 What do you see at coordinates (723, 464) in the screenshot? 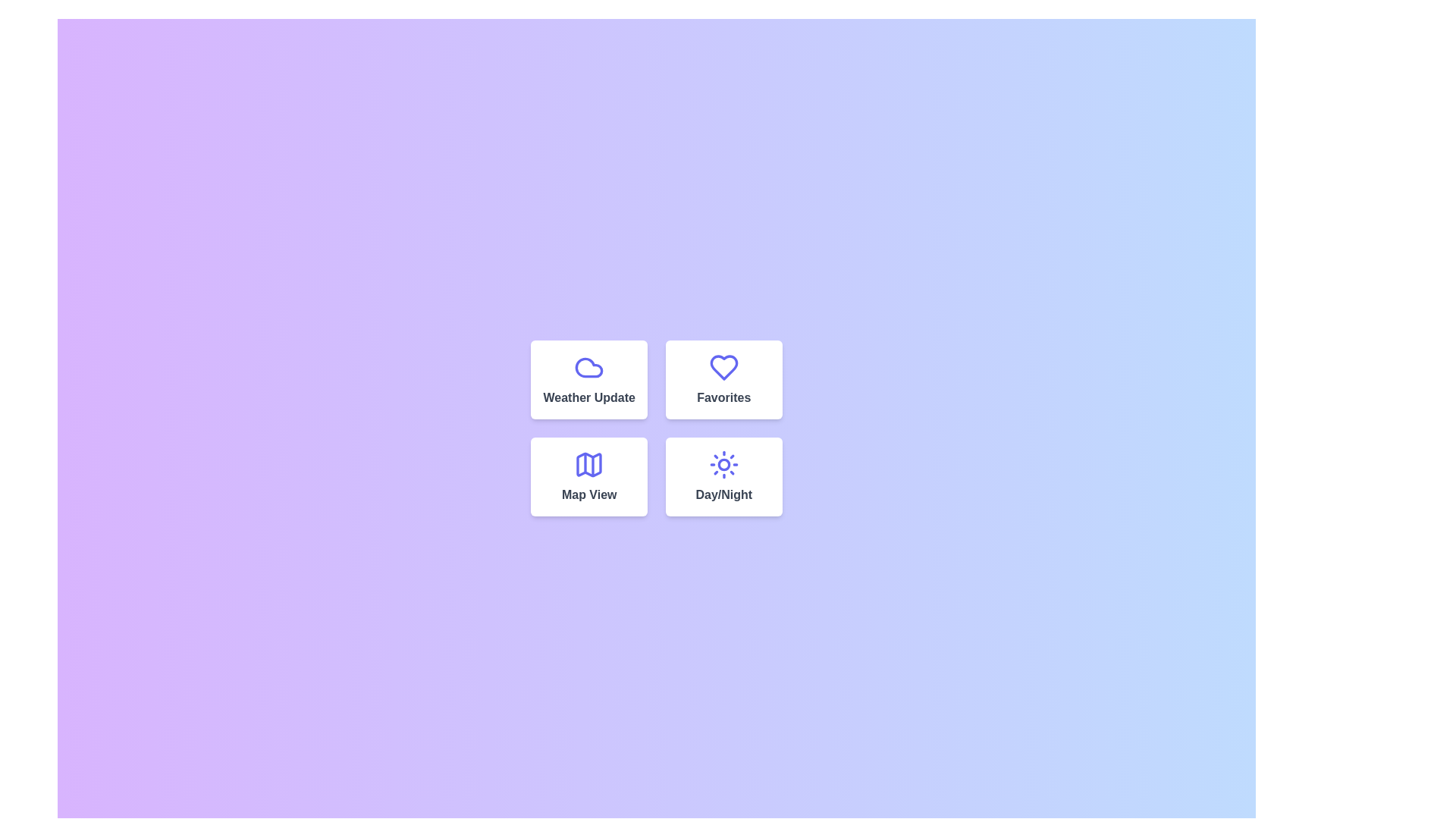
I see `the sun-shaped icon with indigo color located in the bottom-right corner of the 'Day/Night' card, positioned above the text label 'Day/Night'` at bounding box center [723, 464].